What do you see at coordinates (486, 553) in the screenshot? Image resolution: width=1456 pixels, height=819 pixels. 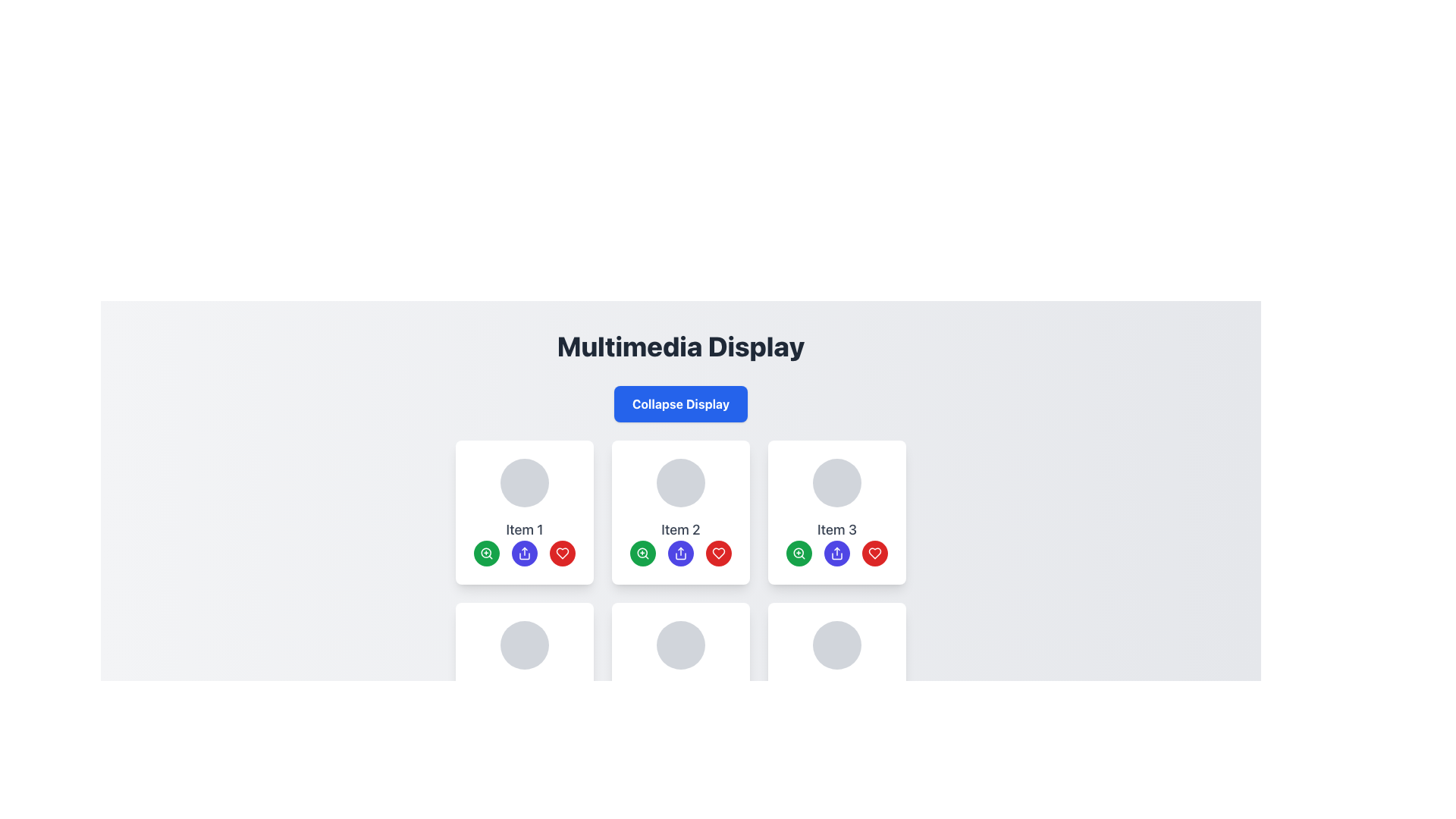 I see `the zoom-in SVG circle icon located at the bottom-left corner of the top-left card (Item 1) in the display grid` at bounding box center [486, 553].